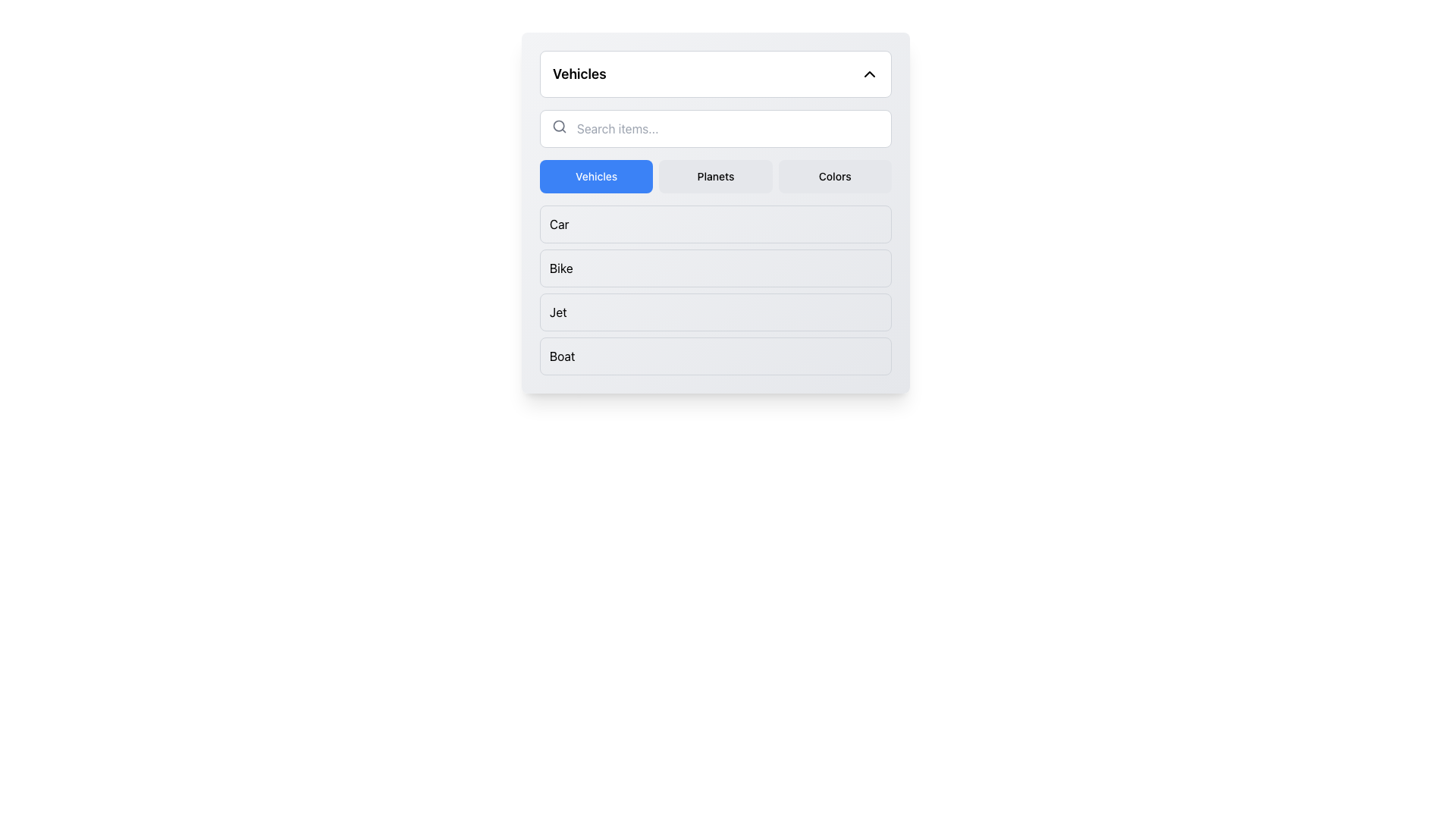 The height and width of the screenshot is (819, 1456). What do you see at coordinates (715, 356) in the screenshot?
I see `the 'Boat' option button, which is the last item in the vertical list of options titled 'Vehicles'` at bounding box center [715, 356].